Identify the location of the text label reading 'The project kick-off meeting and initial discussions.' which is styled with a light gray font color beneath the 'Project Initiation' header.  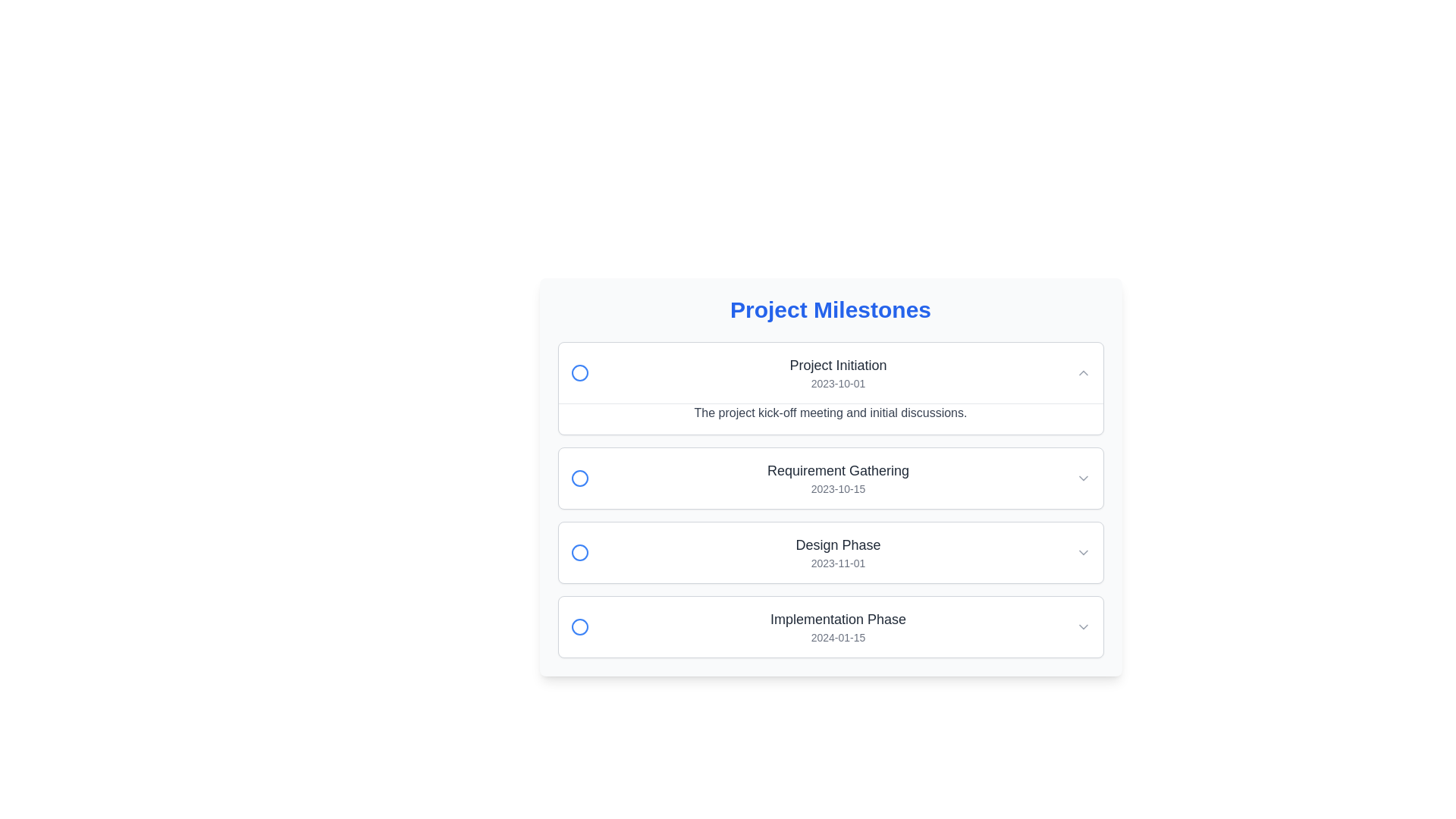
(830, 419).